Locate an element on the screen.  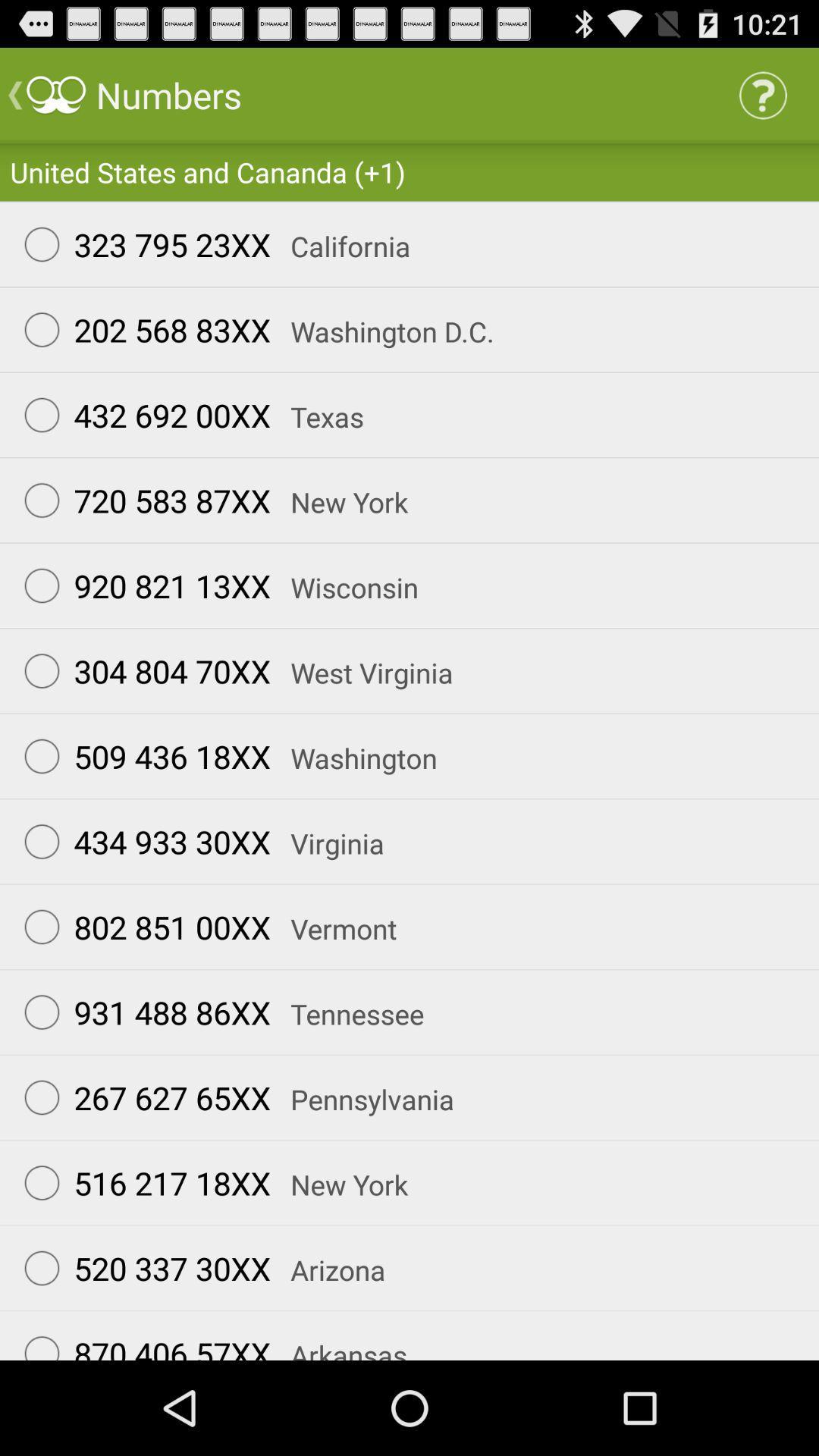
the item to the left of tennessee app is located at coordinates (140, 1012).